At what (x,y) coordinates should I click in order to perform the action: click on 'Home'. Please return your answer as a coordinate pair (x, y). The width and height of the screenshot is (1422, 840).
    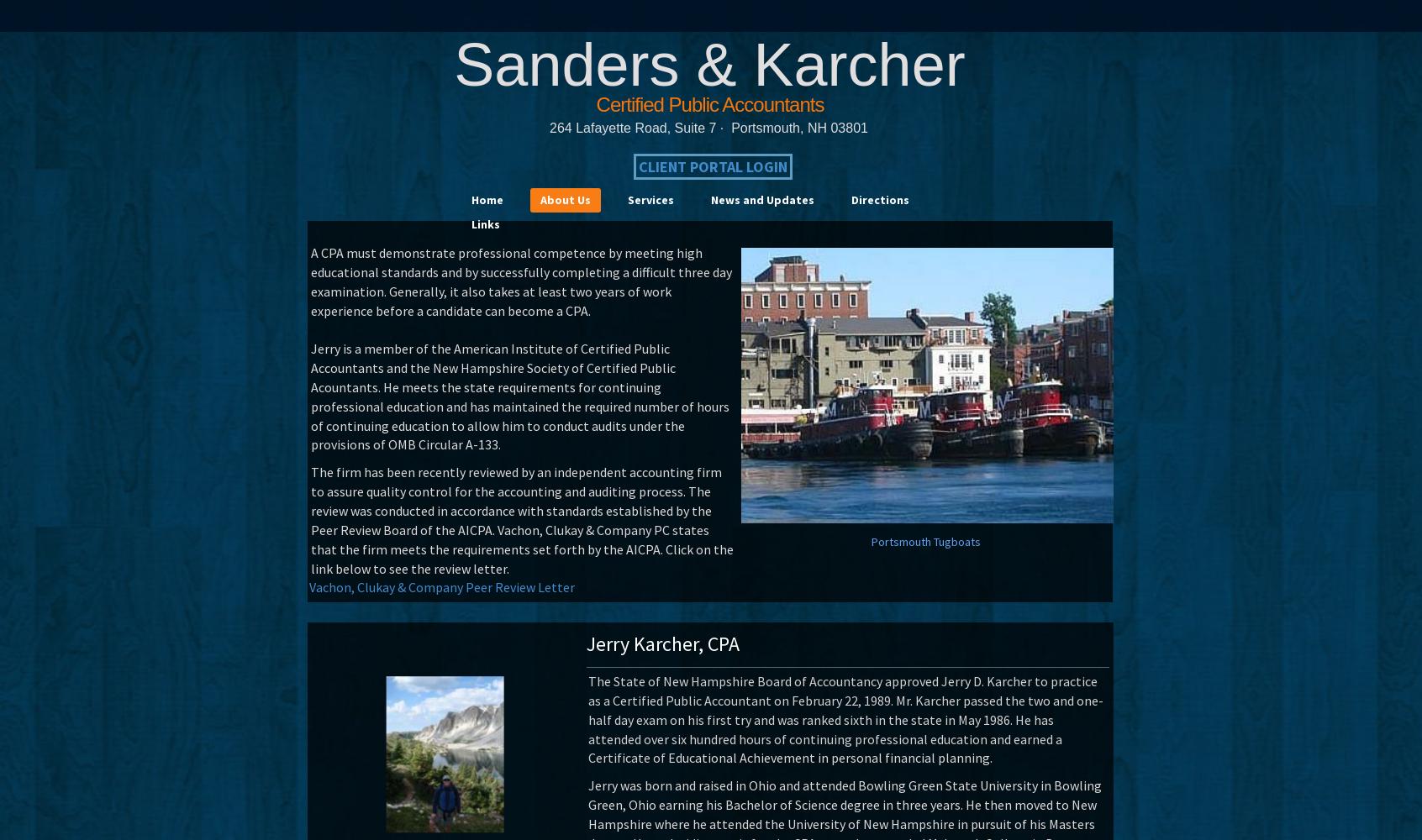
    Looking at the image, I should click on (487, 199).